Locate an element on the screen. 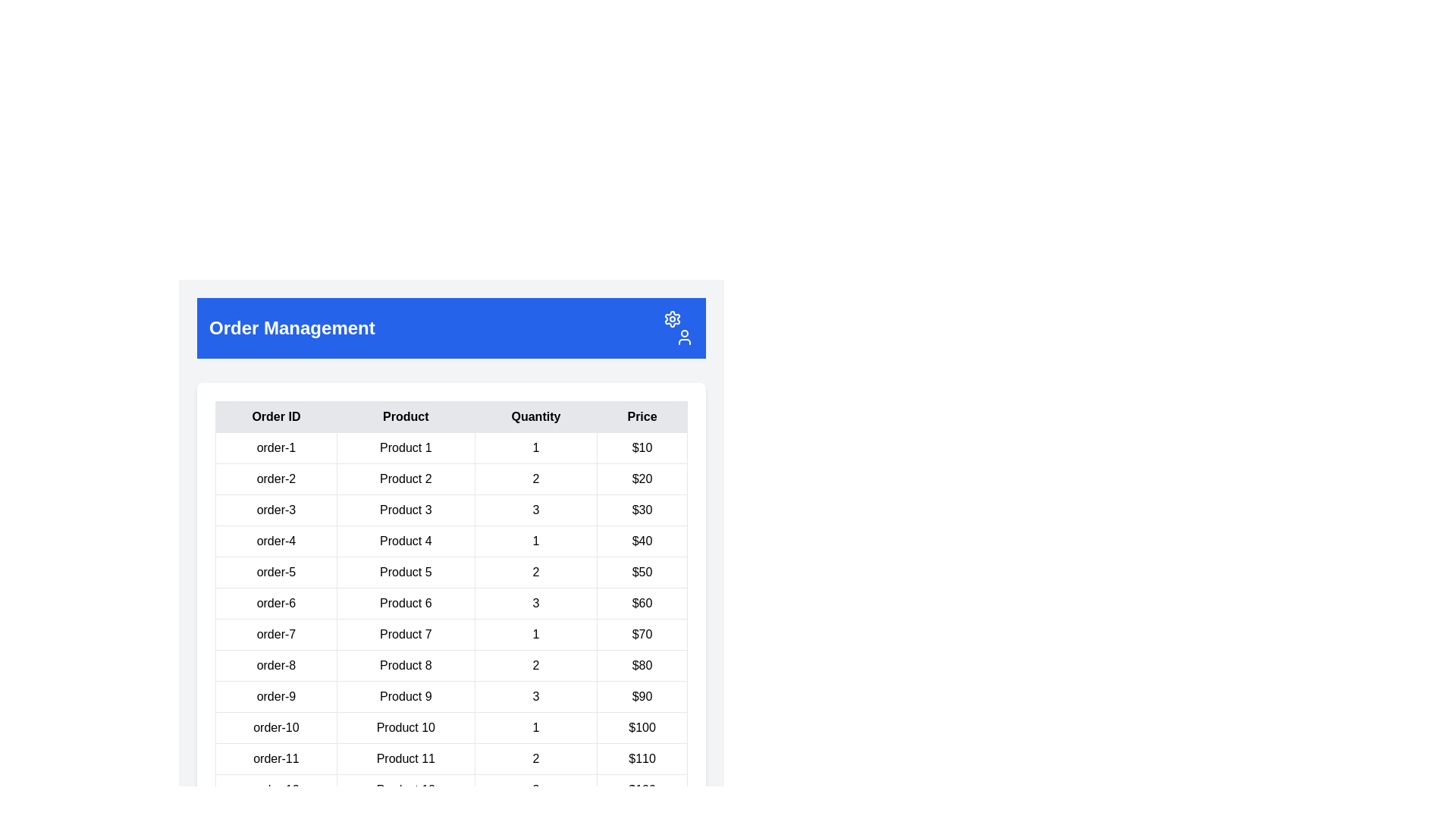 Image resolution: width=1456 pixels, height=819 pixels. the 'Product' column header cell in the table, which is the second column header positioned between 'Order ID' and 'Quantity' is located at coordinates (406, 417).